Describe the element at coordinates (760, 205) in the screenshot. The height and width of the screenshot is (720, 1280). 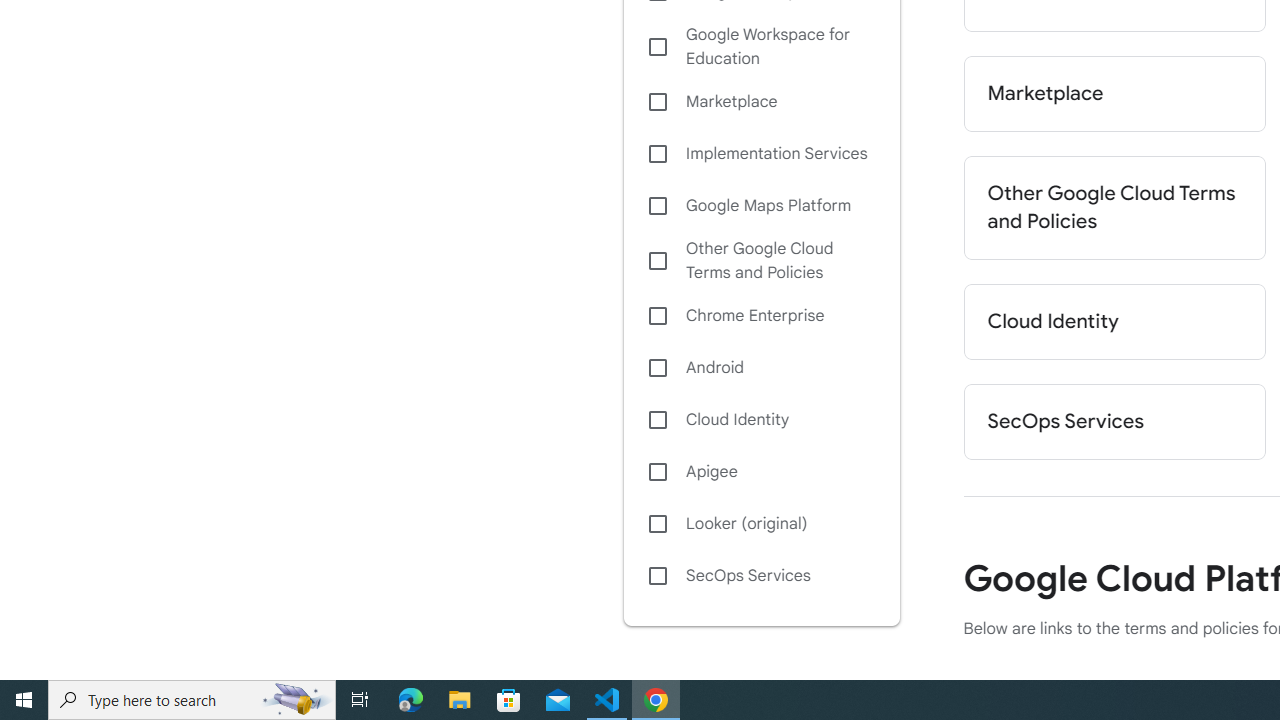
I see `'Google Maps Platform'` at that location.